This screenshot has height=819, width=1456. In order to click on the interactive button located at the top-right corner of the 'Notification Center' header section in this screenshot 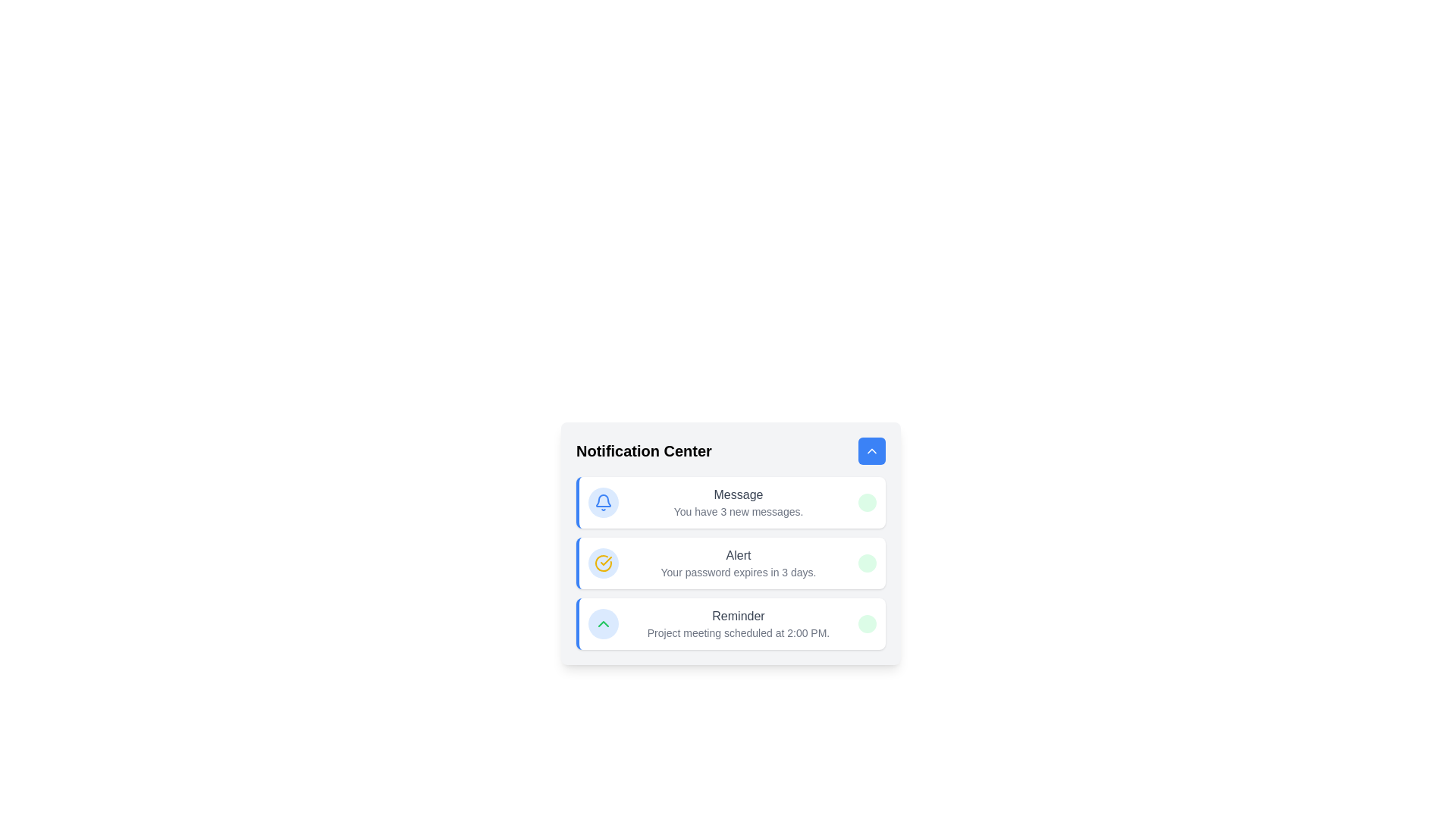, I will do `click(872, 450)`.